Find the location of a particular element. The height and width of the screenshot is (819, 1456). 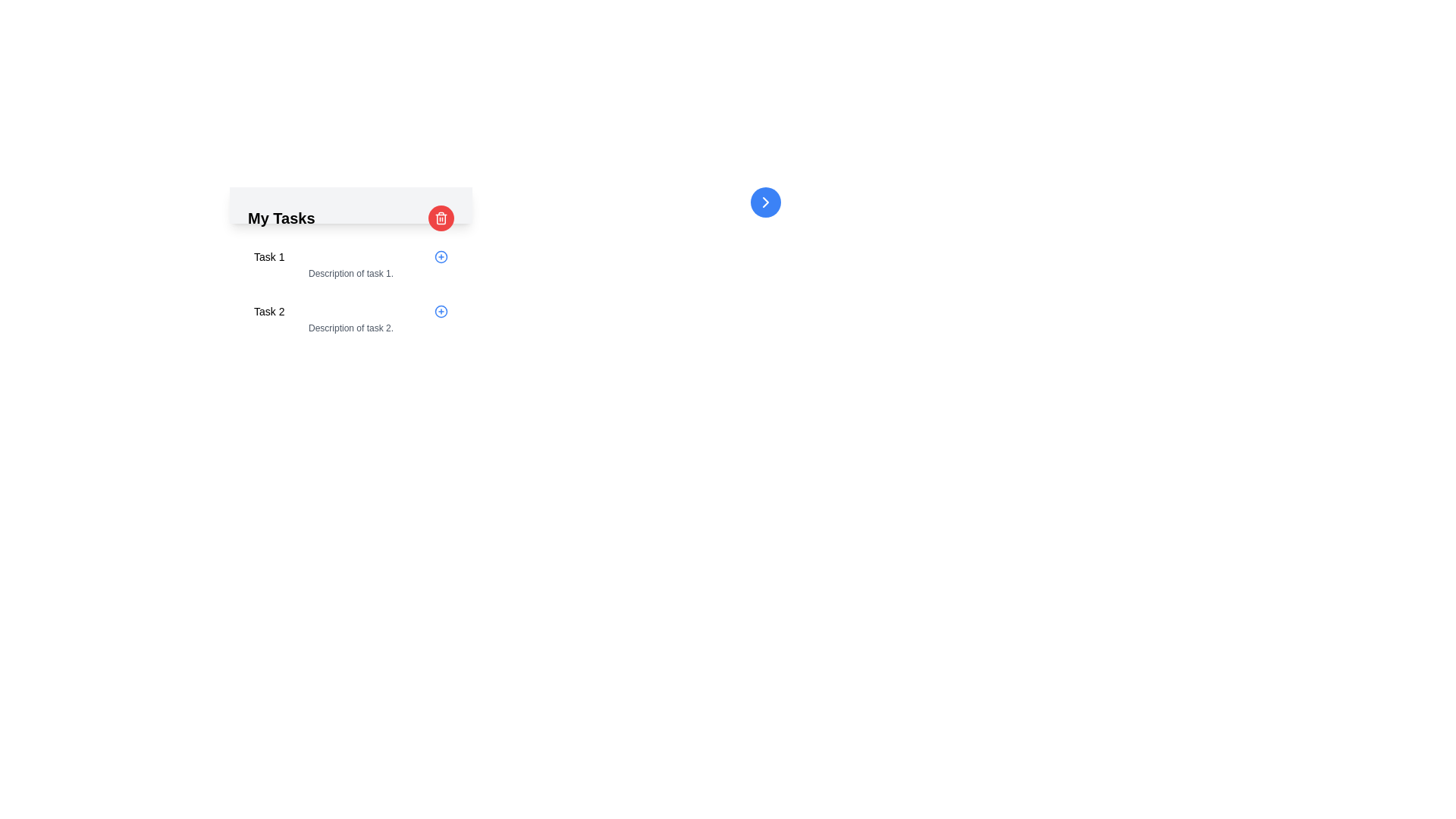

the right-facing chevron icon with a blue background is located at coordinates (765, 201).